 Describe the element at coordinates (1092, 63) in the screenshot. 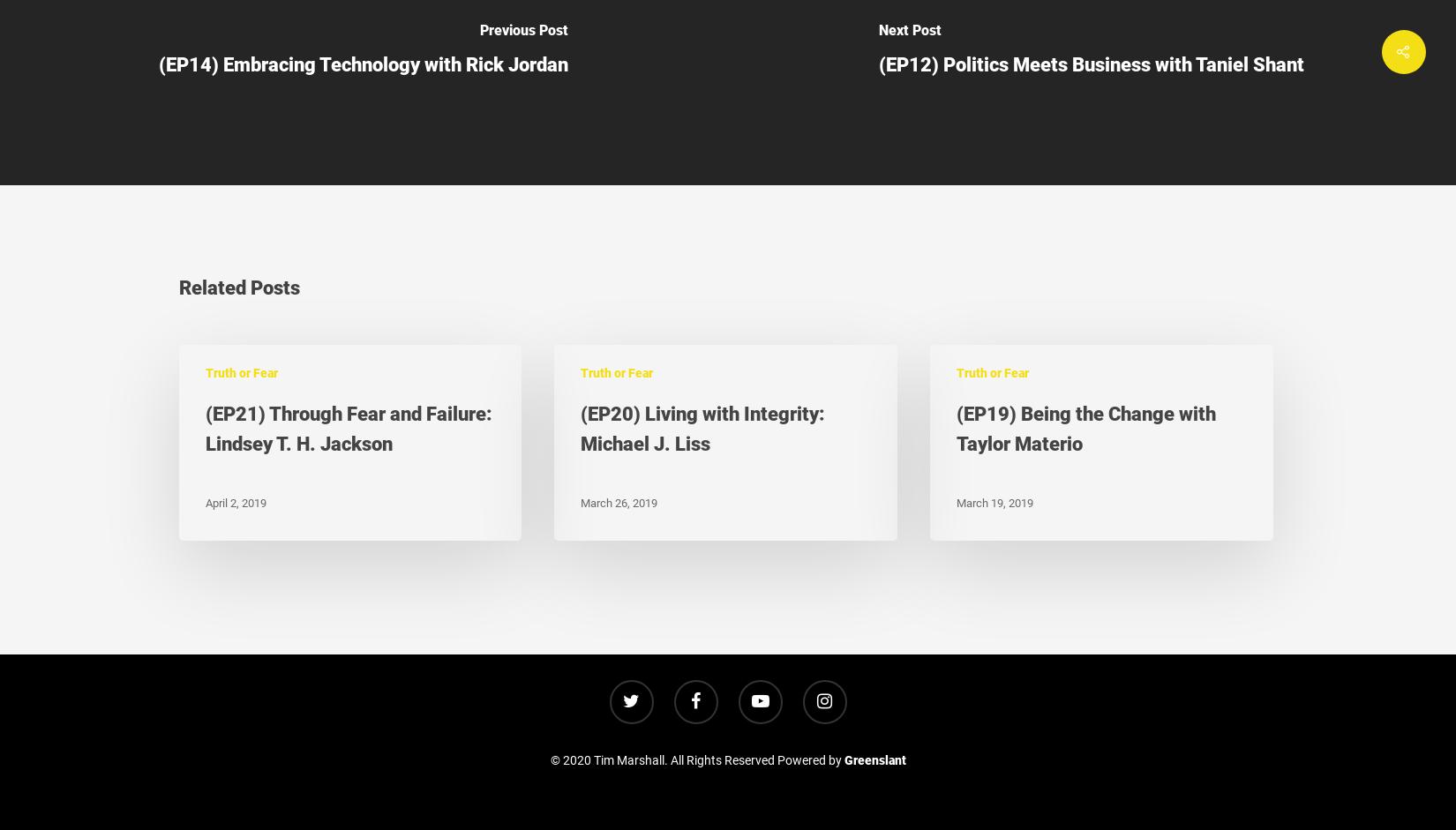

I see `'(EP12) Politics Meets Business with Taniel Shant'` at that location.